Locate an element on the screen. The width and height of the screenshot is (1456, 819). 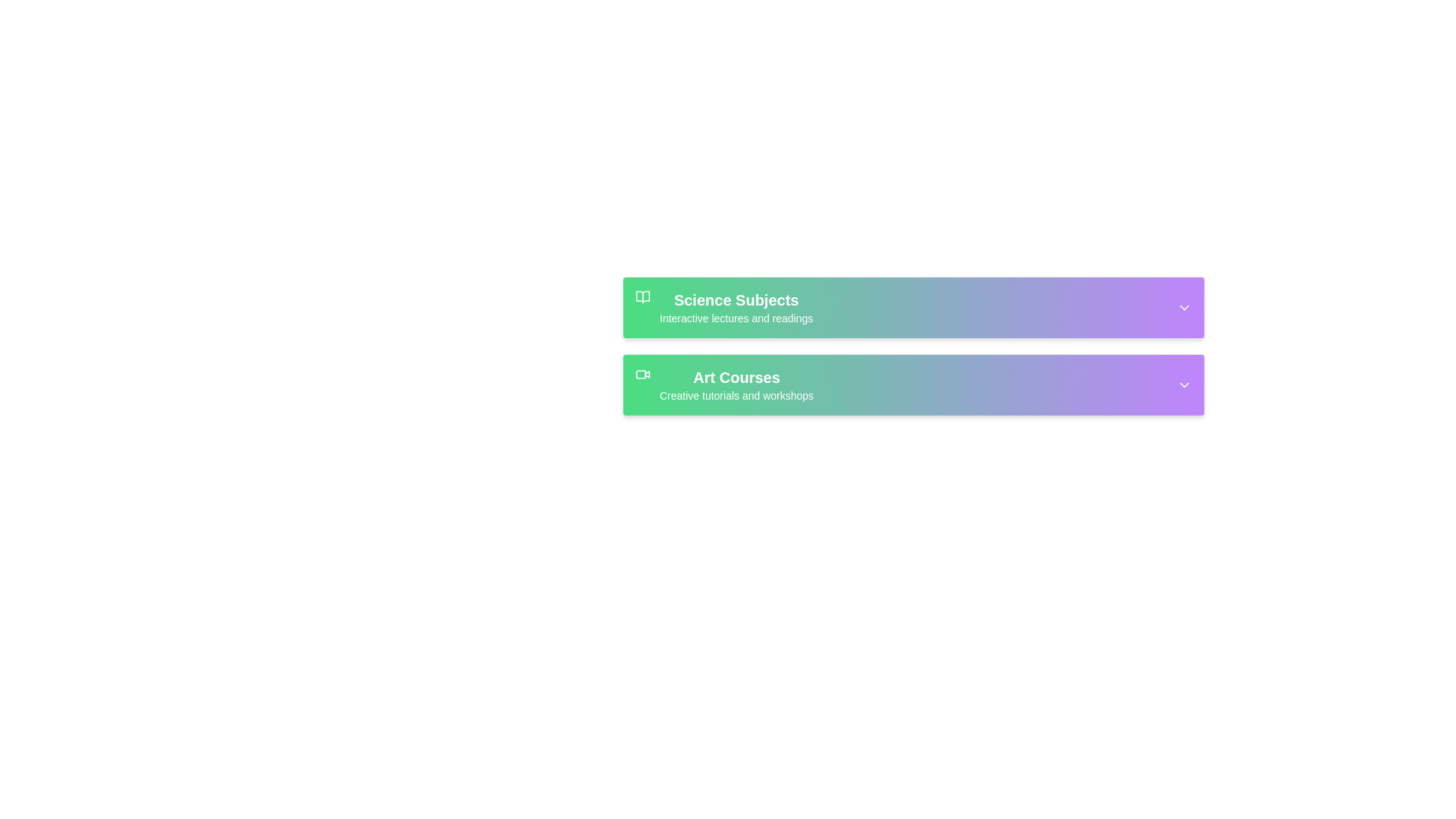
the chevron-down icon located at the right end of the 'Science Subjects' section for keyboard navigation is located at coordinates (1183, 307).